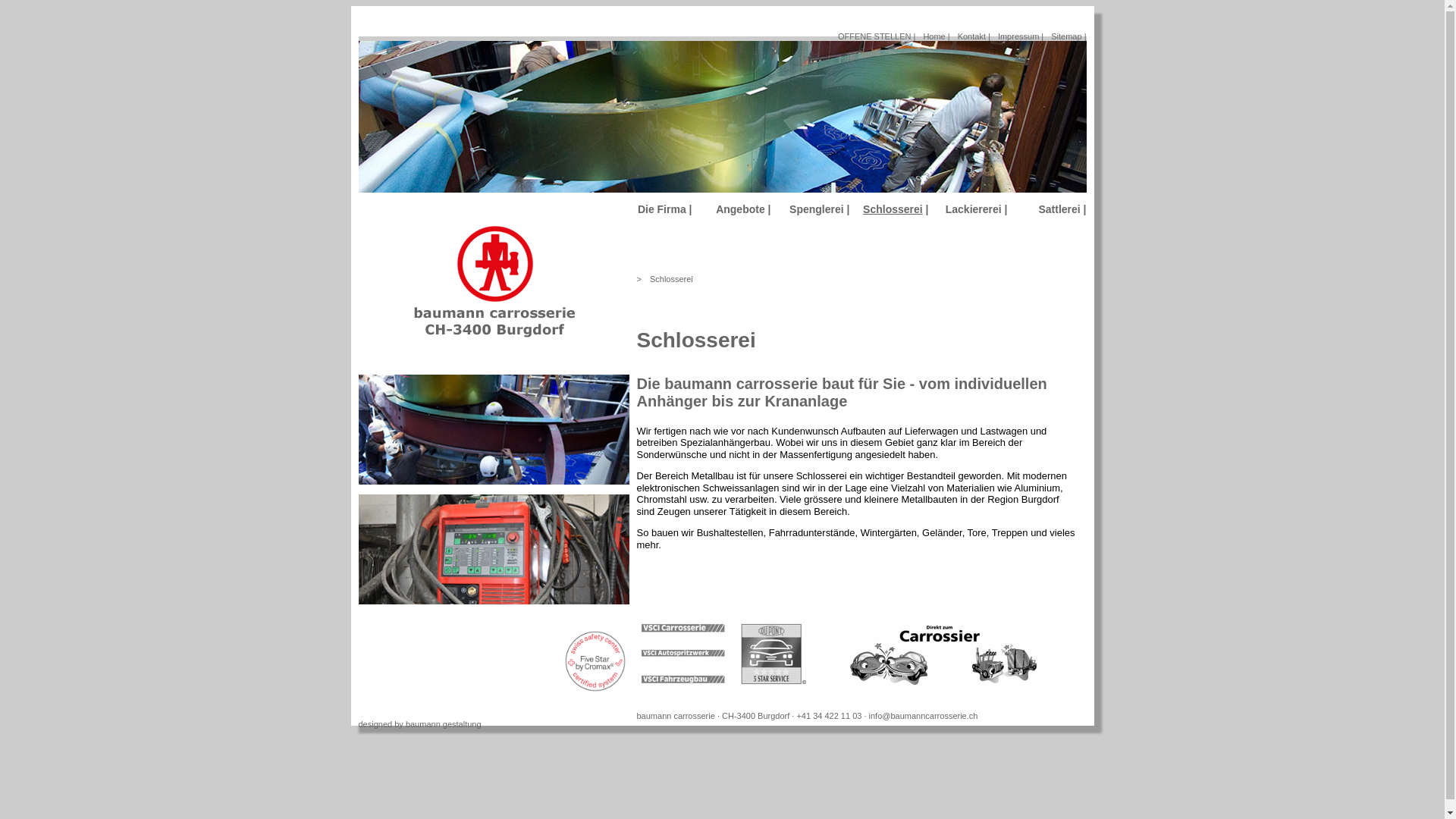 The height and width of the screenshot is (819, 1456). What do you see at coordinates (971, 35) in the screenshot?
I see `'Kontakt'` at bounding box center [971, 35].